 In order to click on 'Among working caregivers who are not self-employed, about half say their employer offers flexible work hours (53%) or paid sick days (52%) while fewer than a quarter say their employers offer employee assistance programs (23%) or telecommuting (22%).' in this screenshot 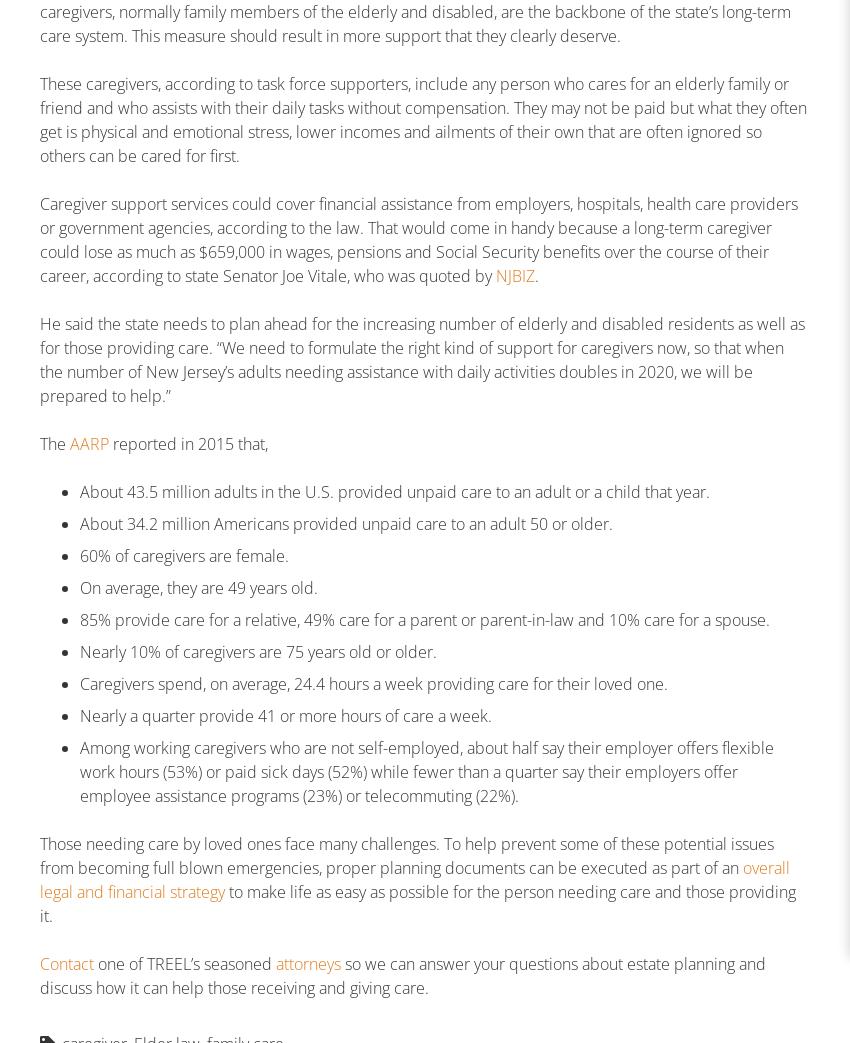, I will do `click(426, 771)`.